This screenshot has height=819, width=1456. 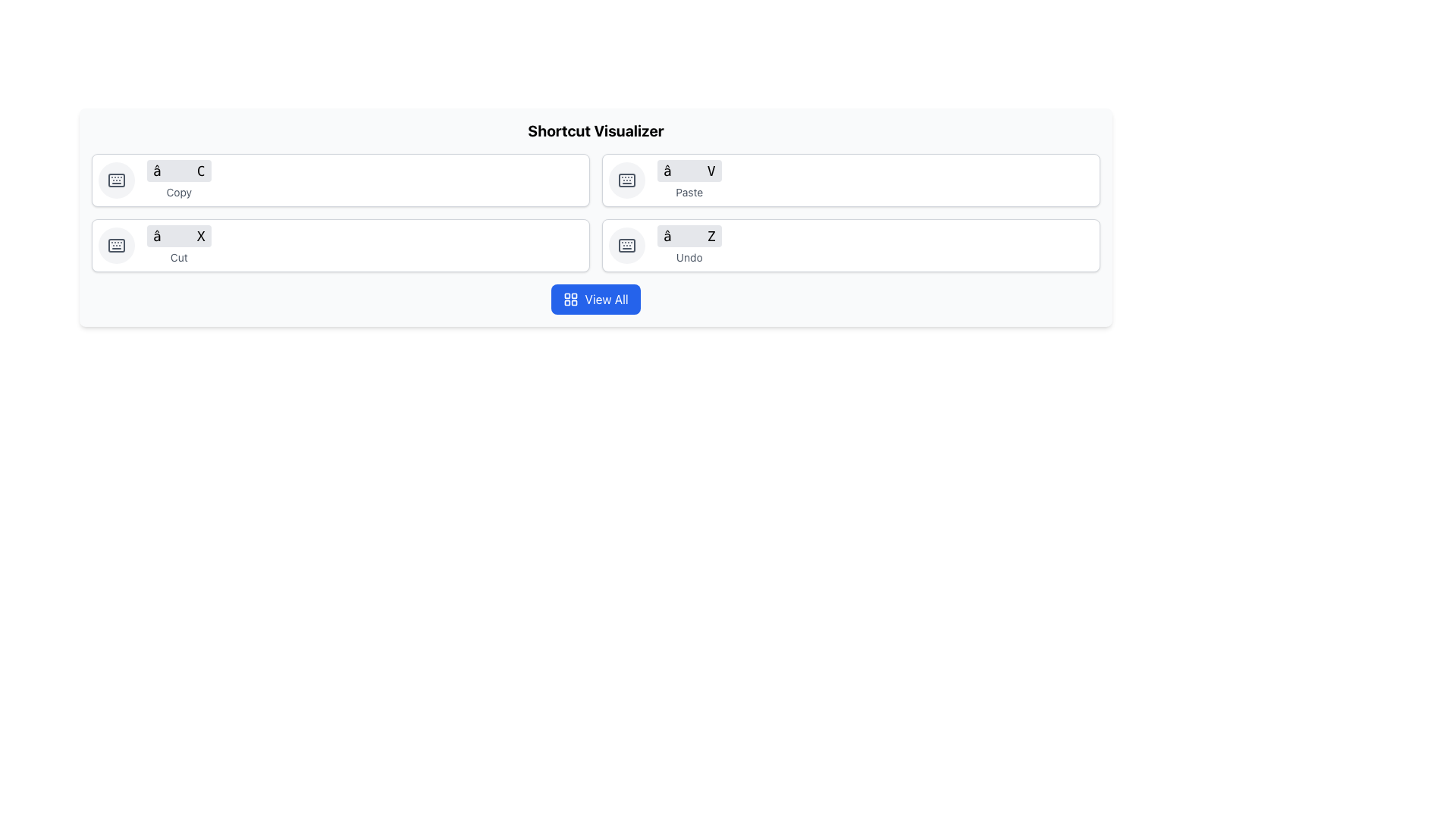 What do you see at coordinates (626, 180) in the screenshot?
I see `the background rectangle of the keyboard SVG icon, which serves as the visual representation of the keyboard's aesthetic` at bounding box center [626, 180].